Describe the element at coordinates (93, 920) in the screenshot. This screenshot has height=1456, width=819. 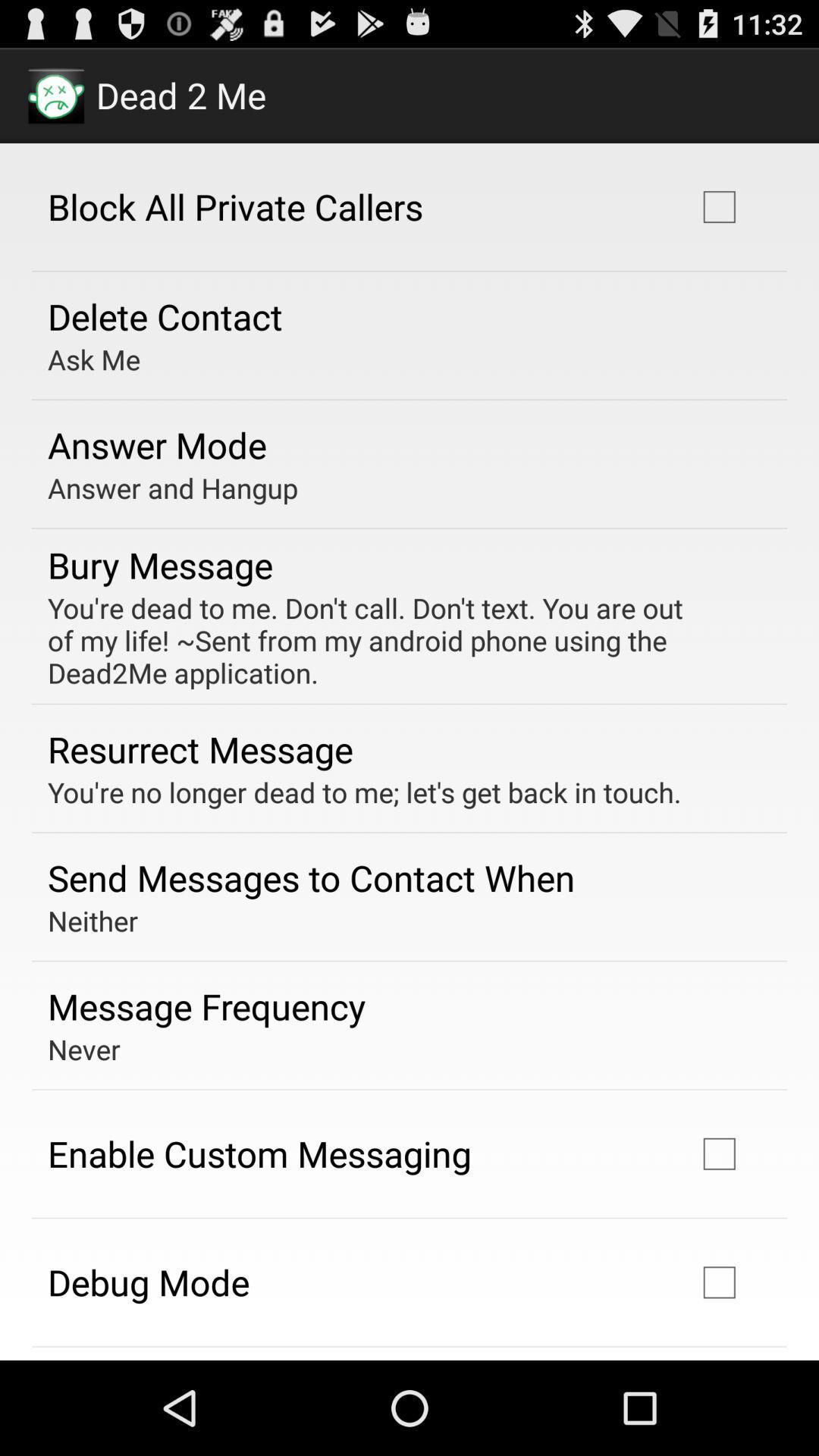
I see `the item below send messages to item` at that location.